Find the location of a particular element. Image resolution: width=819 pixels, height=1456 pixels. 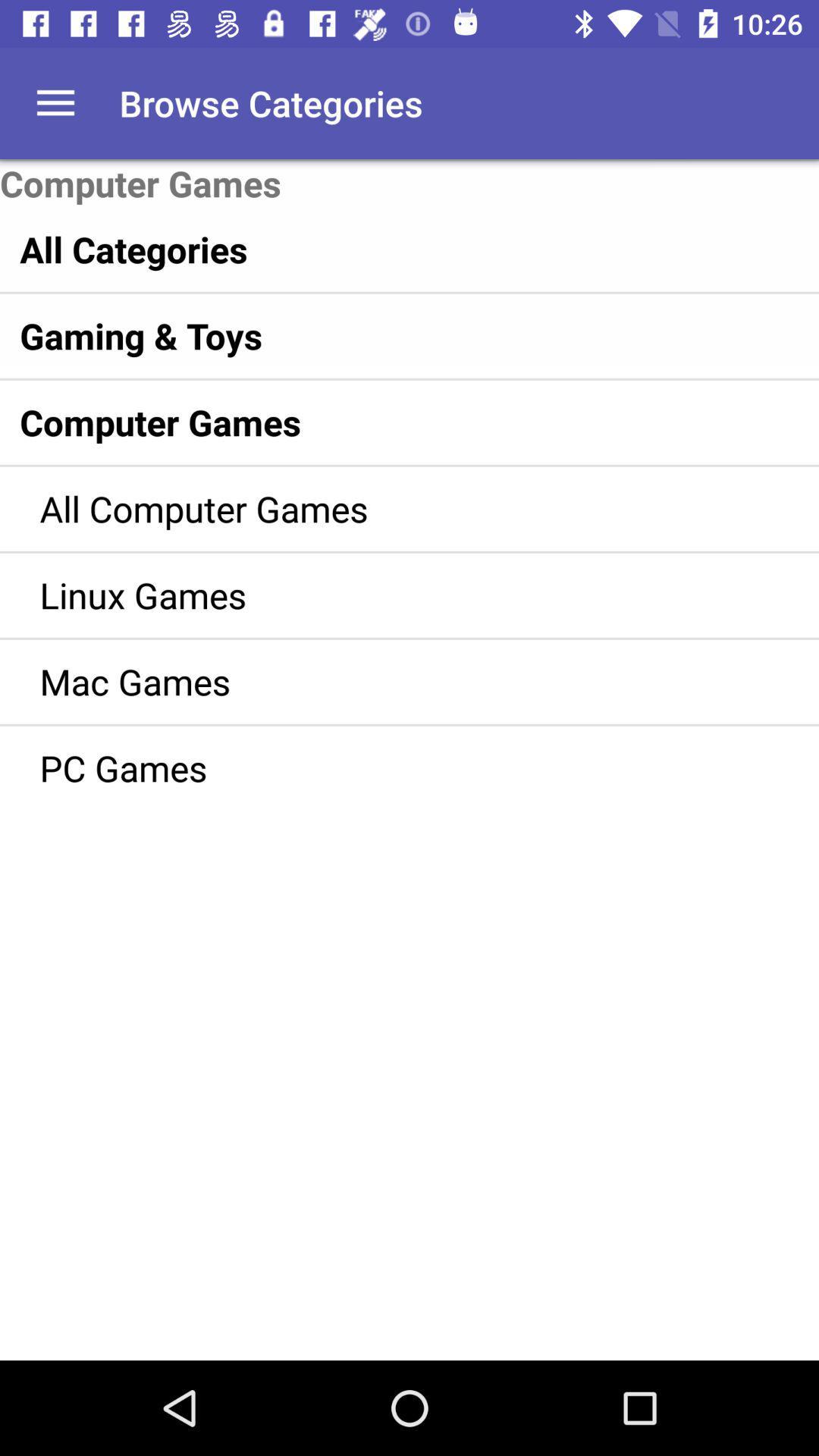

icon below the linux games is located at coordinates (387, 680).